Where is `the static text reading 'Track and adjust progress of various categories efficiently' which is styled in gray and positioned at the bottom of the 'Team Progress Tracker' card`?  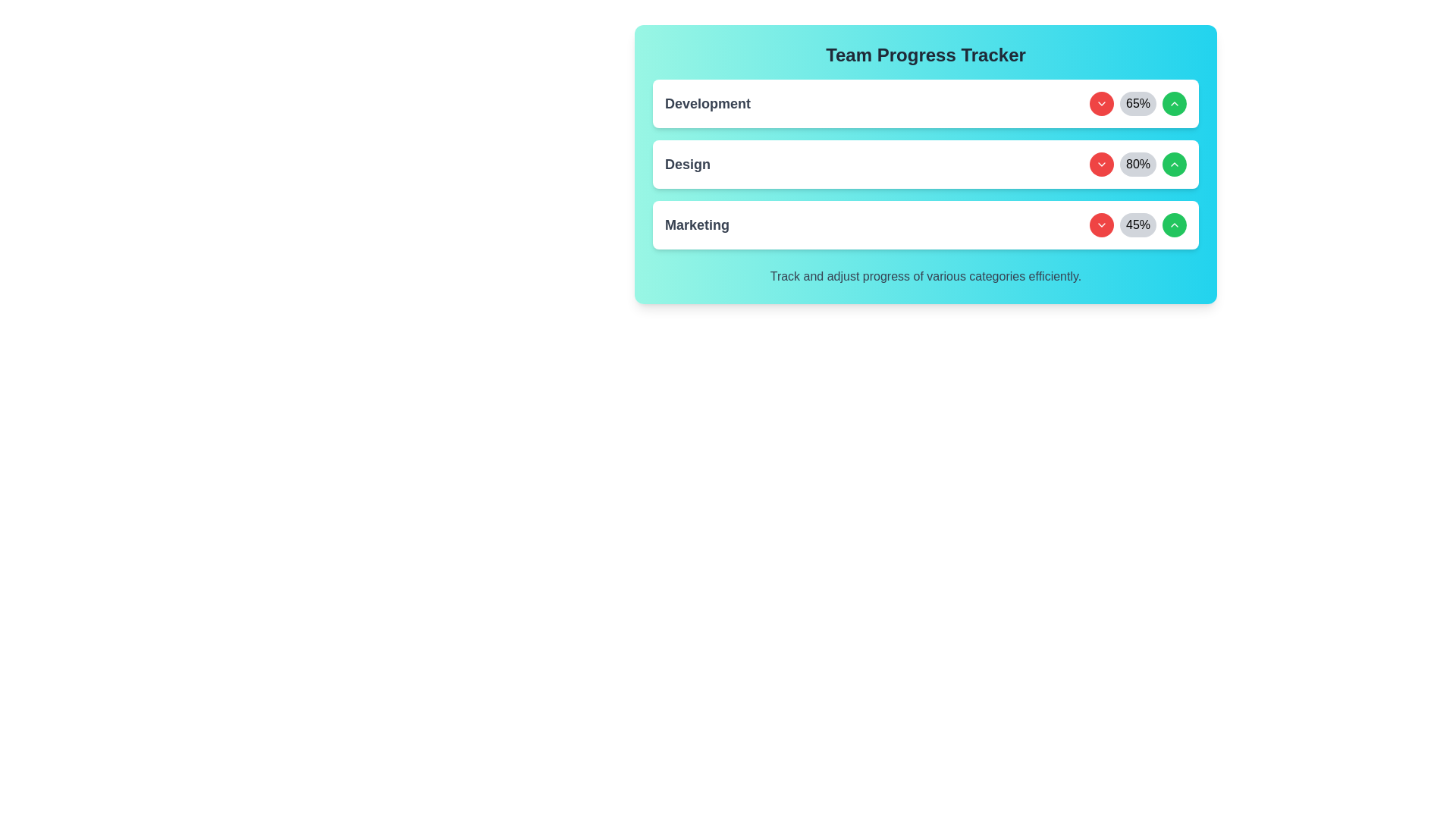
the static text reading 'Track and adjust progress of various categories efficiently' which is styled in gray and positioned at the bottom of the 'Team Progress Tracker' card is located at coordinates (924, 277).